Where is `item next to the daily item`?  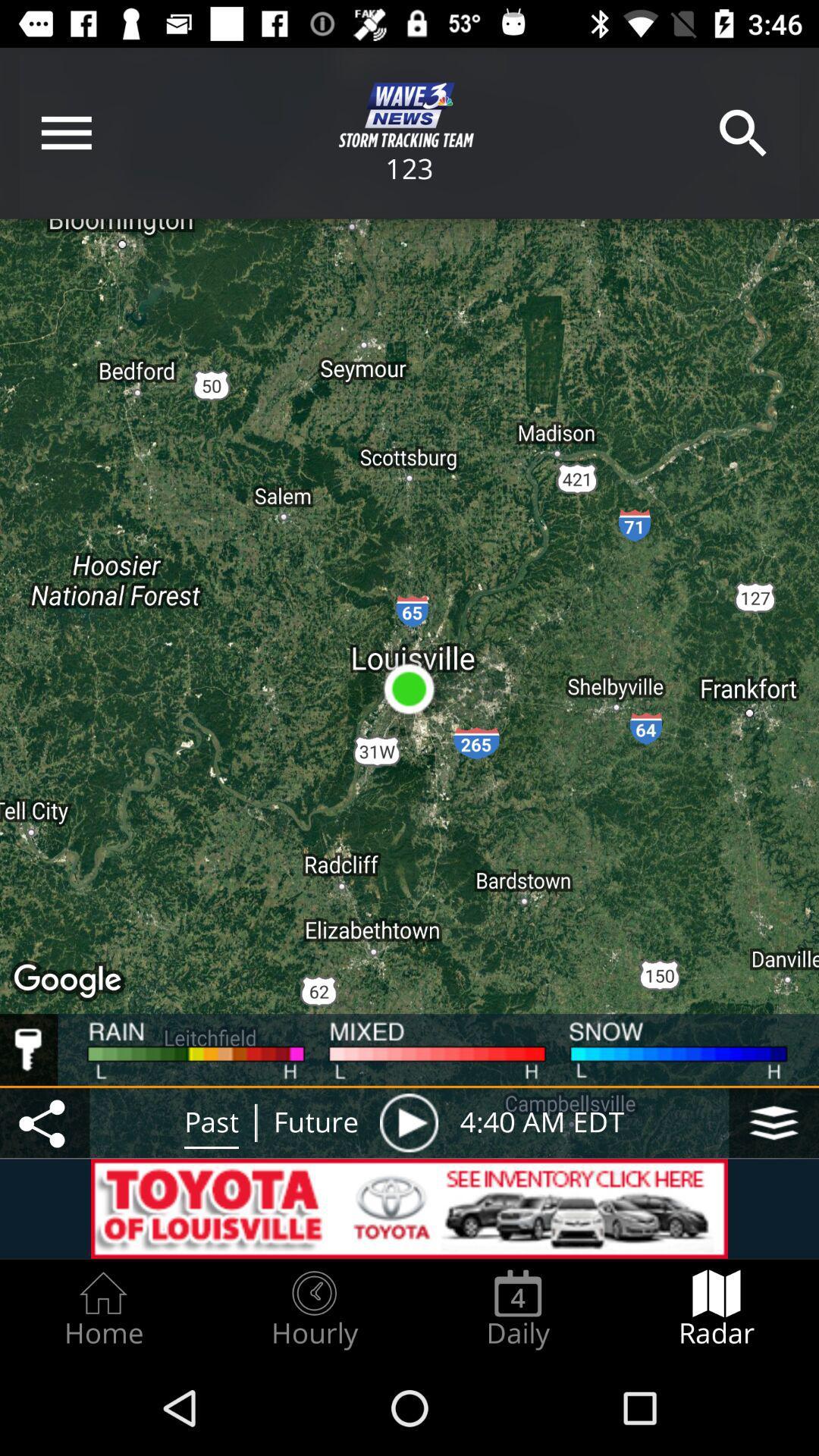
item next to the daily item is located at coordinates (717, 1309).